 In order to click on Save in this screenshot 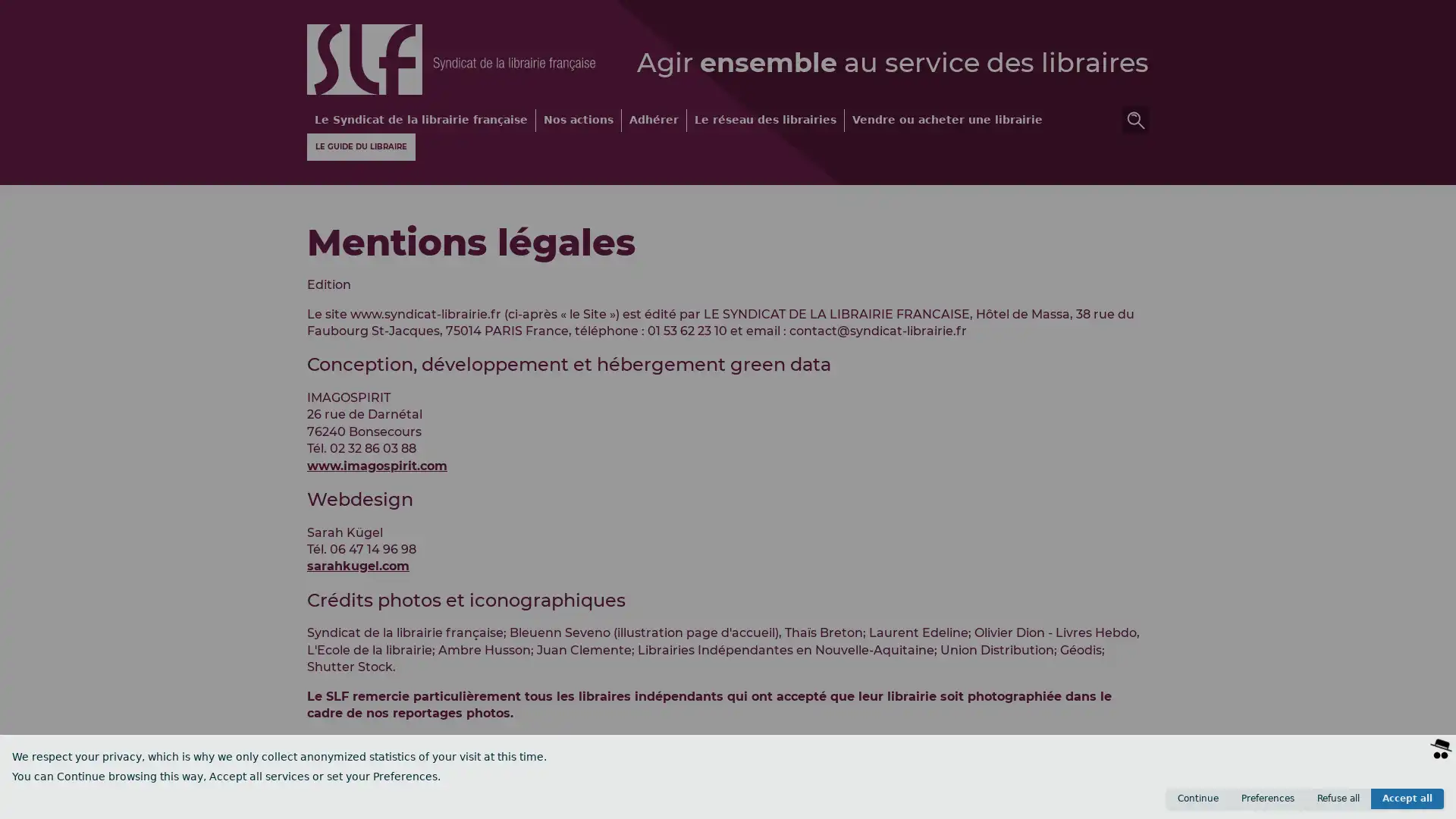, I will do `click(1419, 803)`.